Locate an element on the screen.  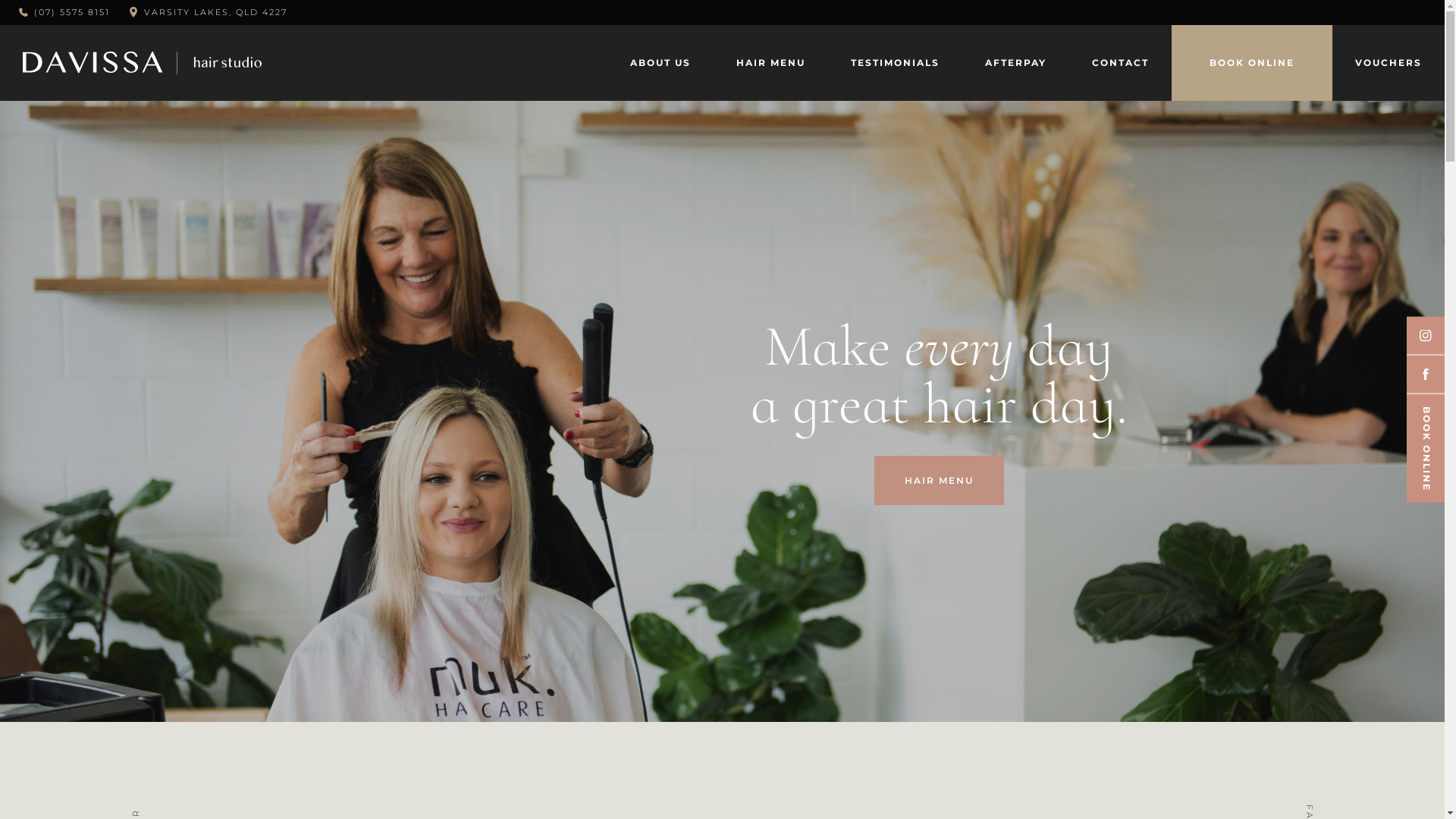
'BOOK ONLINE' is located at coordinates (1185, 62).